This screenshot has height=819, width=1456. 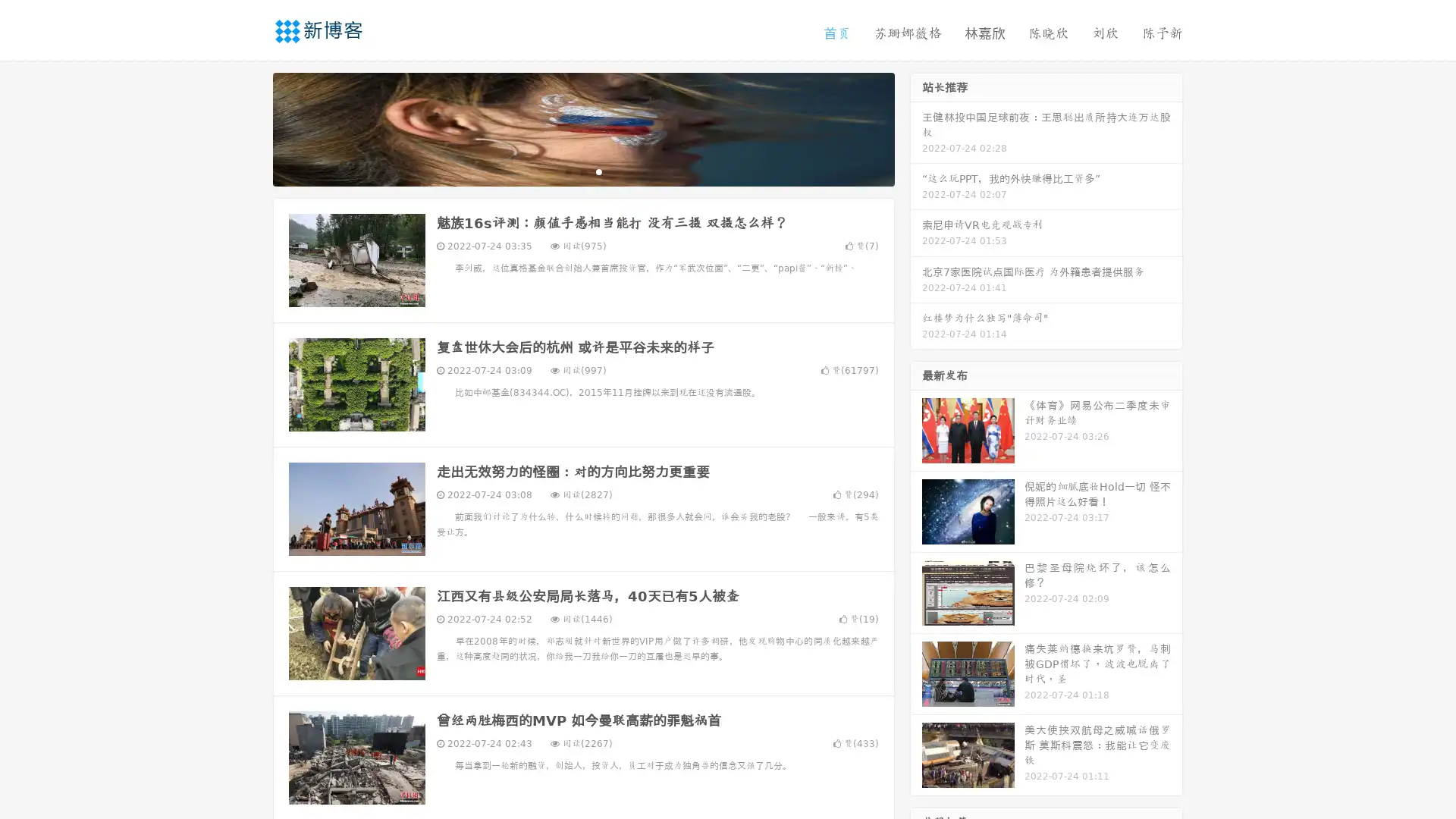 What do you see at coordinates (582, 171) in the screenshot?
I see `Go to slide 2` at bounding box center [582, 171].